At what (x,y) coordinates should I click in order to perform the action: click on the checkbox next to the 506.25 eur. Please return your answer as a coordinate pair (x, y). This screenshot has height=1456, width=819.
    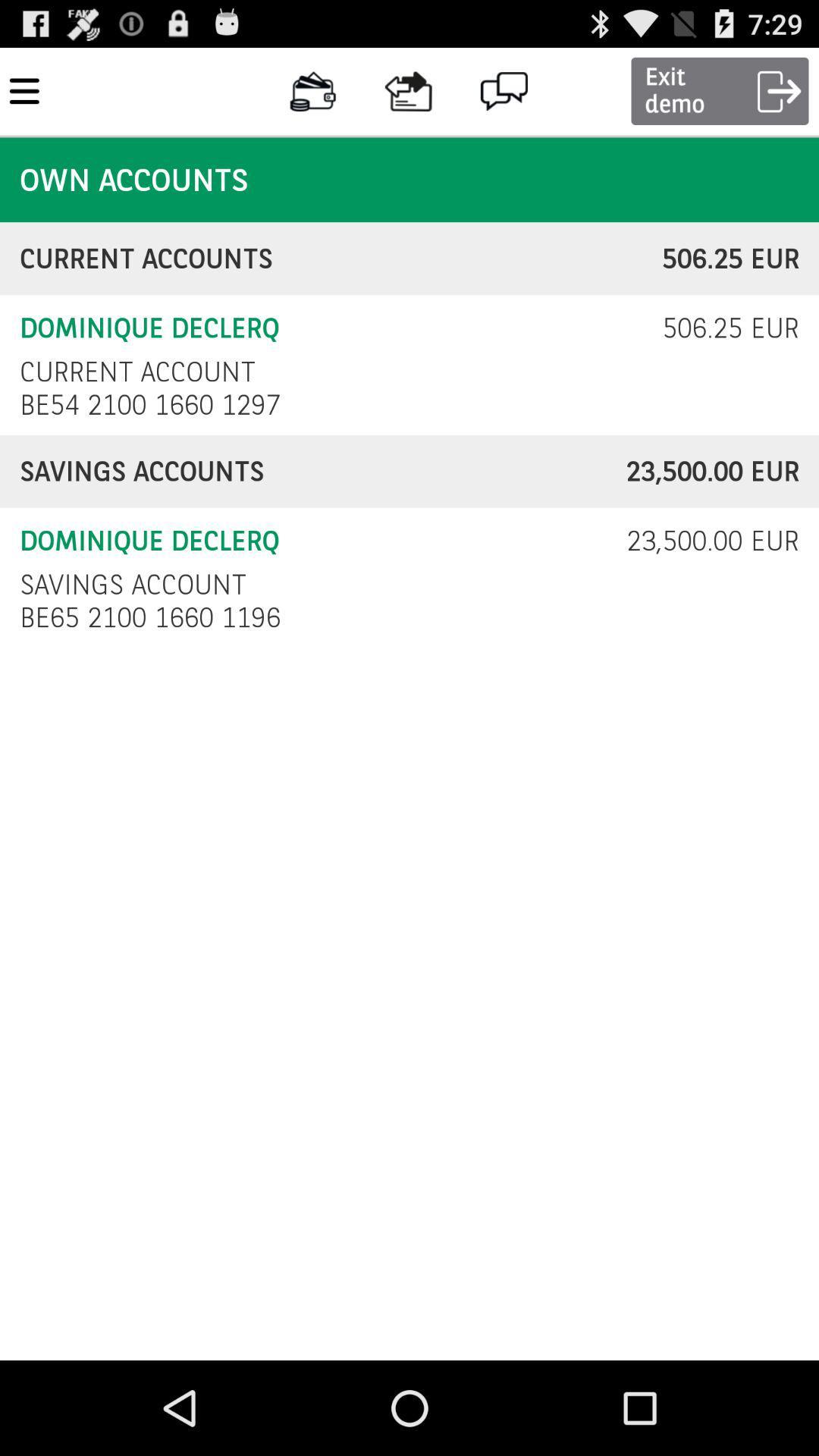
    Looking at the image, I should click on (137, 372).